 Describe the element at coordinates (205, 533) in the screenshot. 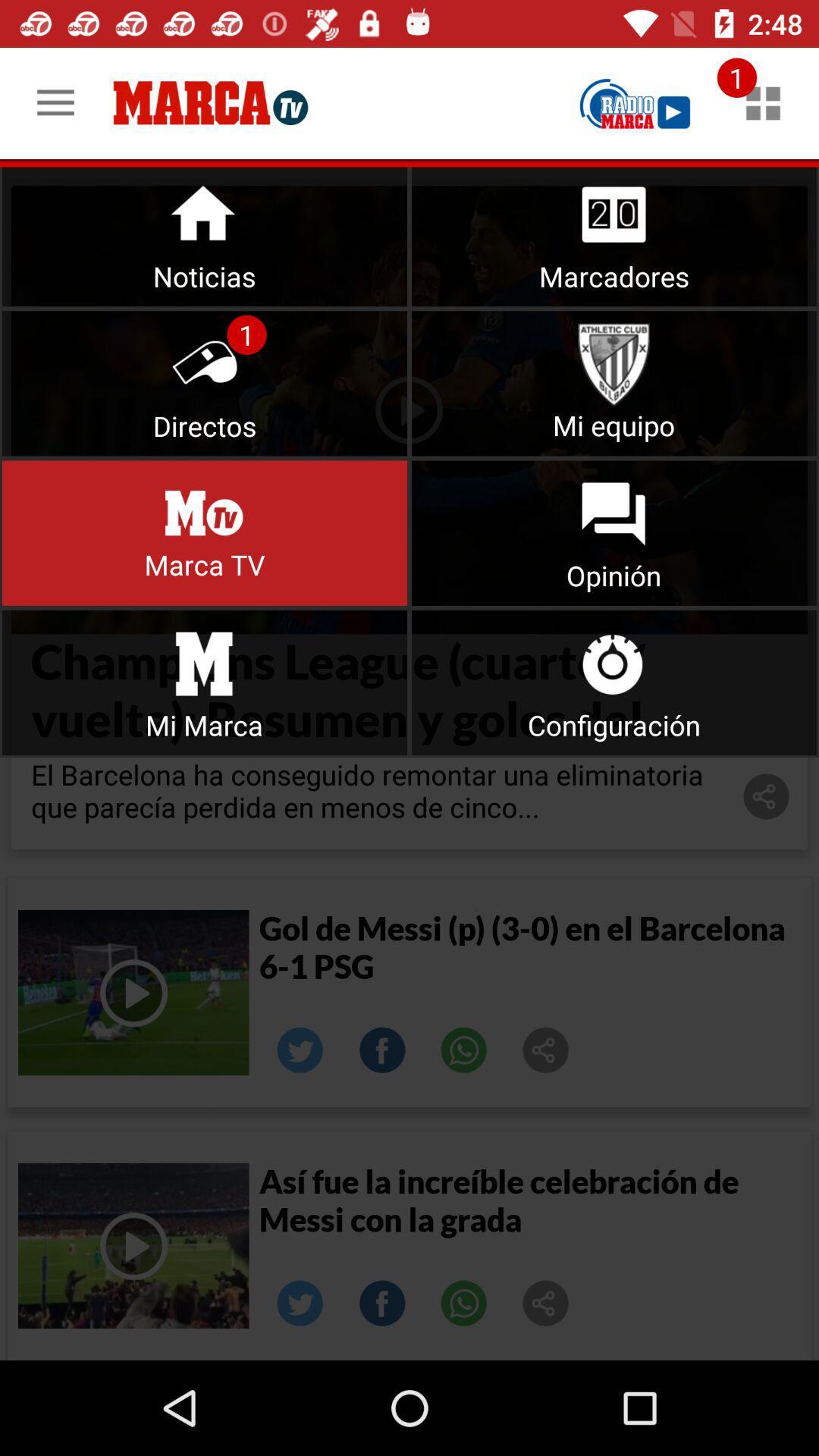

I see `switch autoplay option` at that location.